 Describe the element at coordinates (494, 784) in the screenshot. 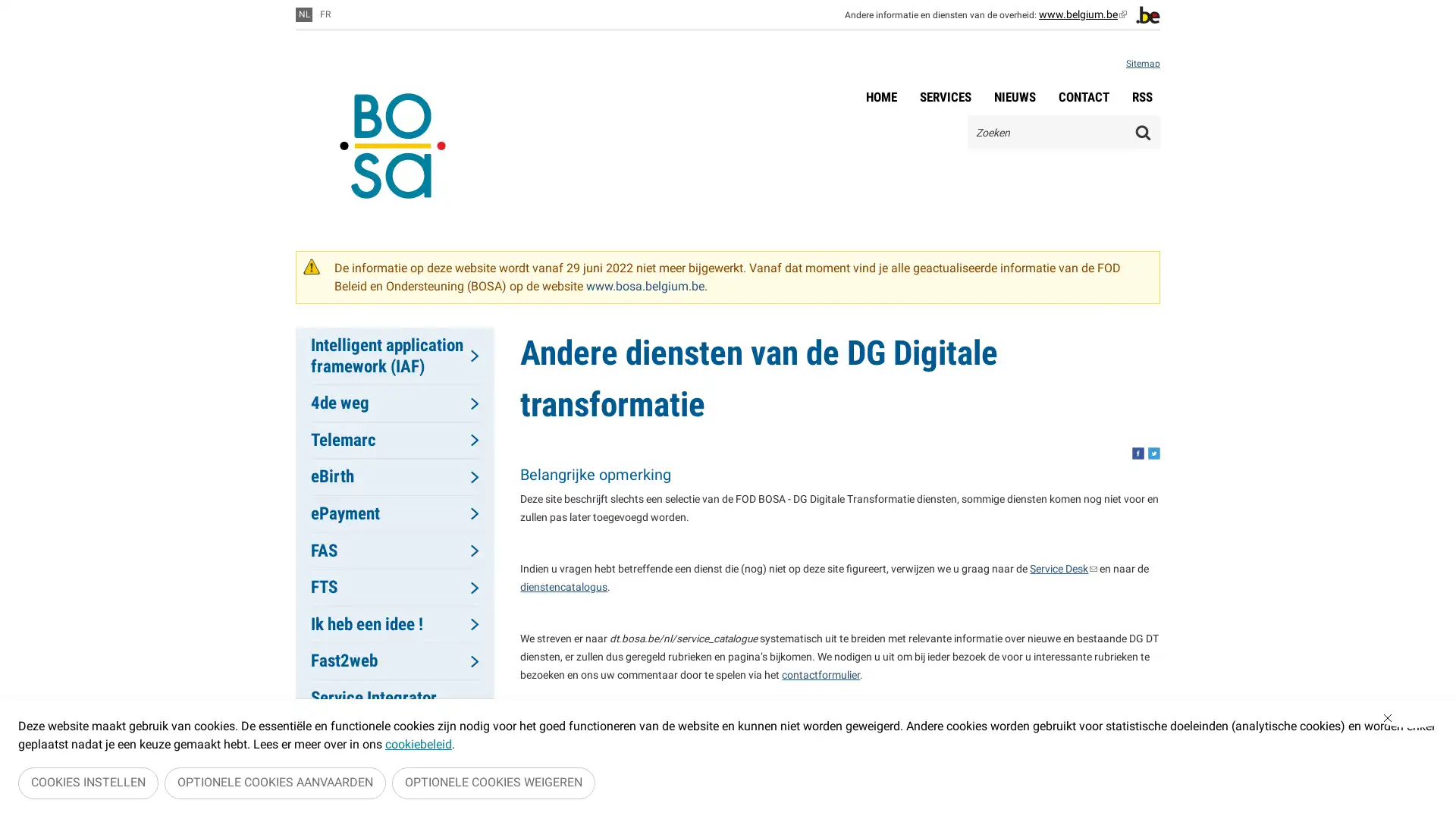

I see `OPTIONELE COOKIES WEIGEREN` at that location.